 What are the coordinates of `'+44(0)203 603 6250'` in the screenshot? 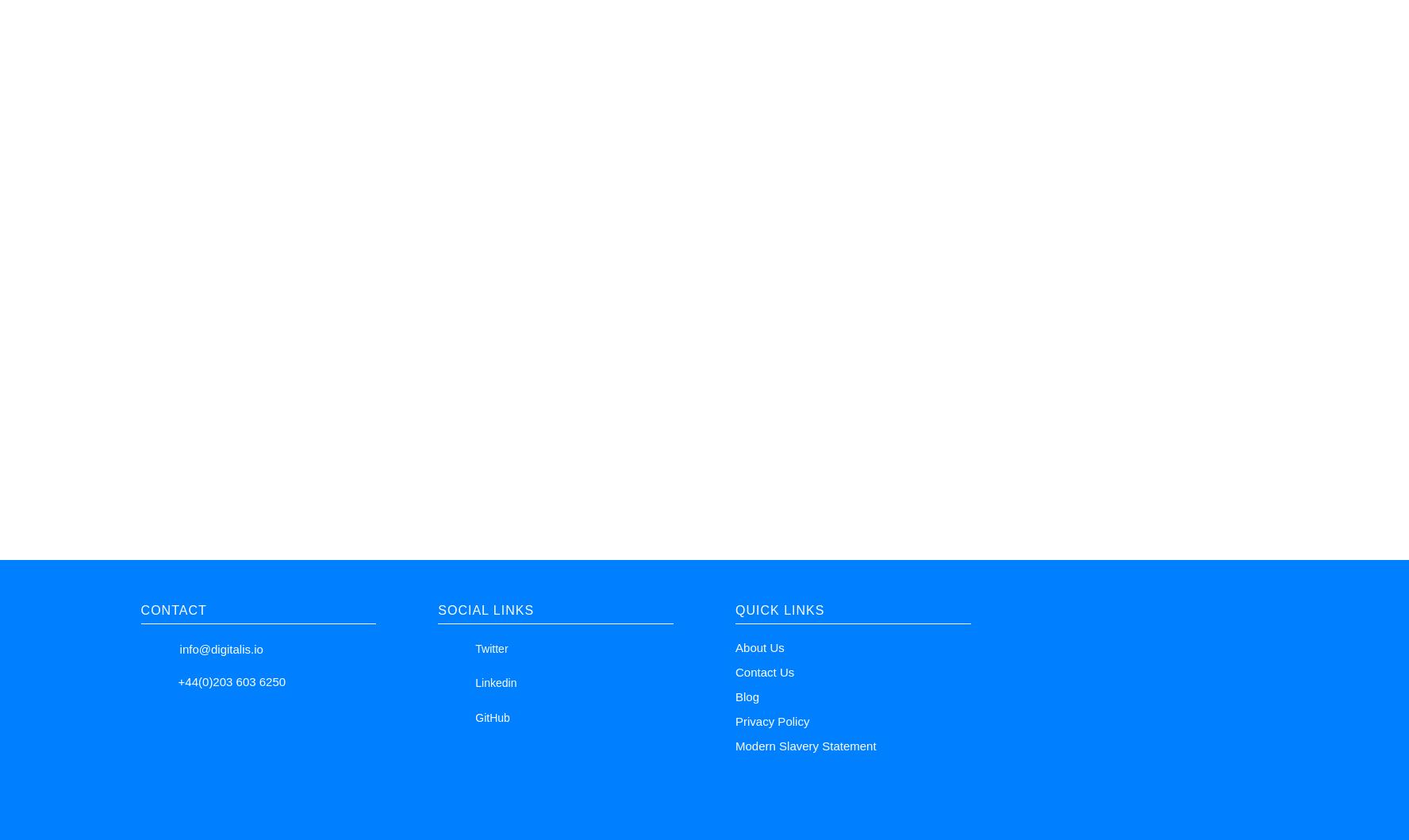 It's located at (231, 681).